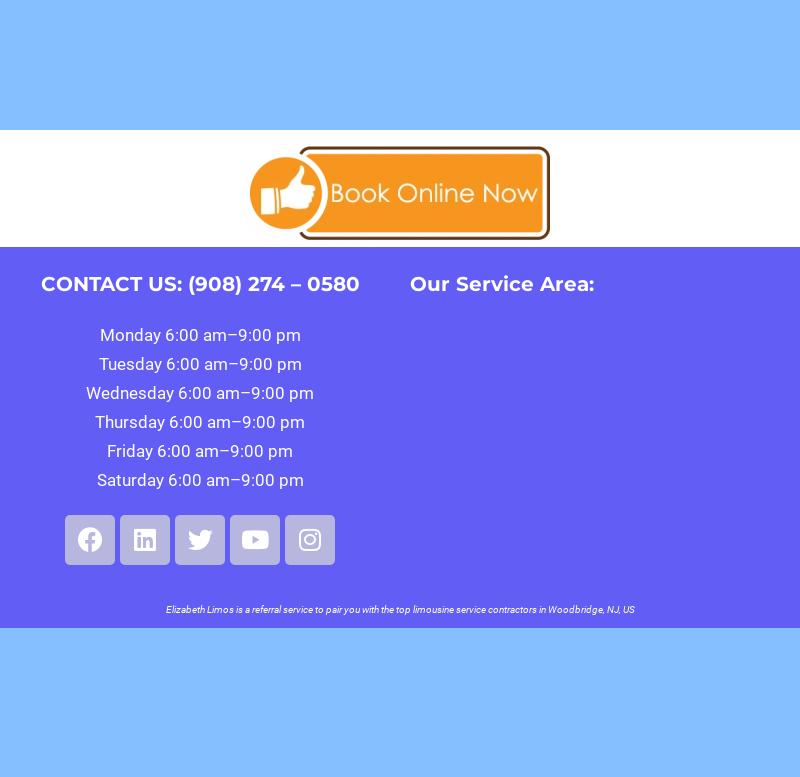 This screenshot has width=800, height=777. Describe the element at coordinates (112, 282) in the screenshot. I see `'CONTACT US:'` at that location.